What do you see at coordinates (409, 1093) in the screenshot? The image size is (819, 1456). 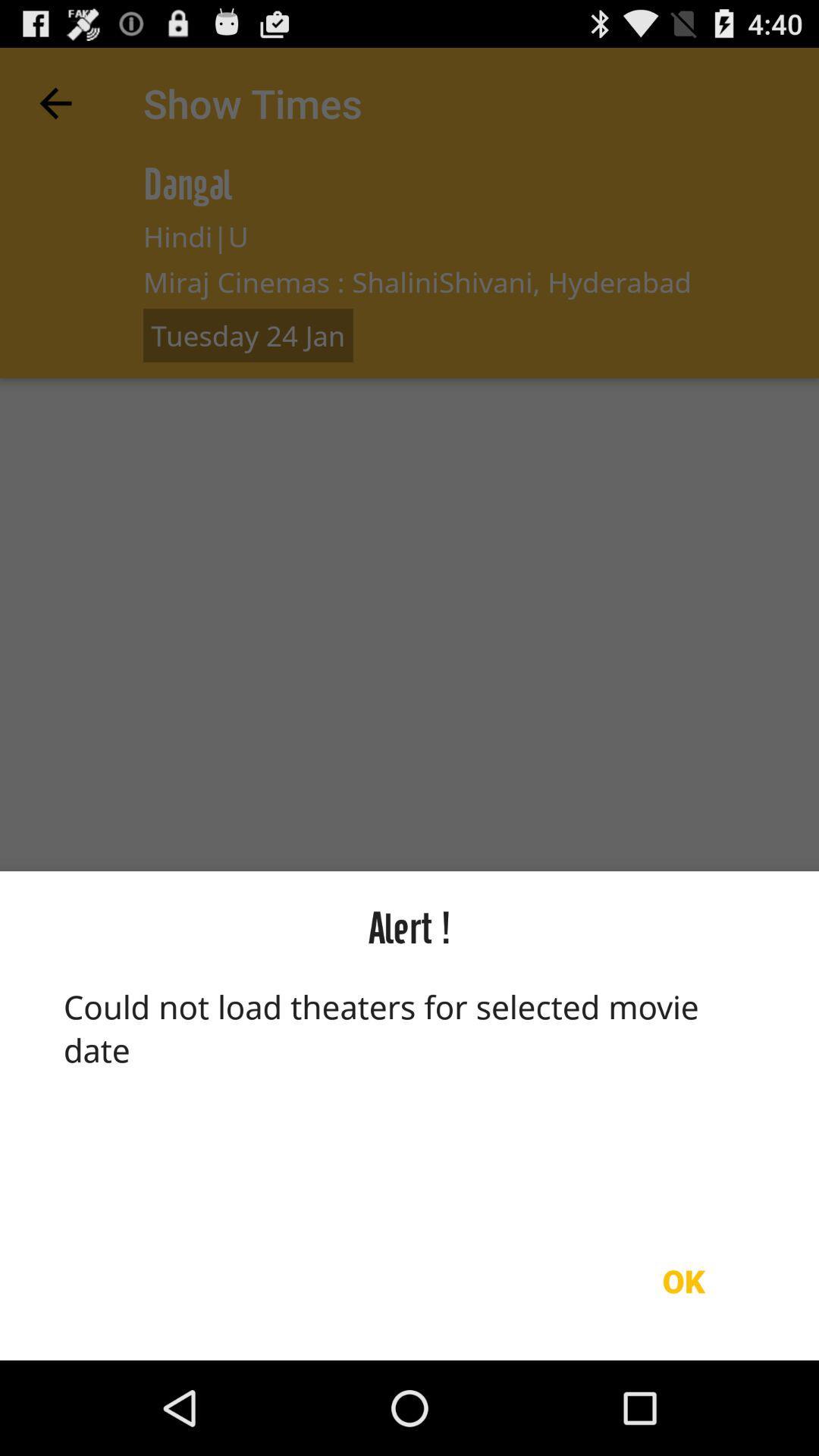 I see `could not load at the bottom` at bounding box center [409, 1093].